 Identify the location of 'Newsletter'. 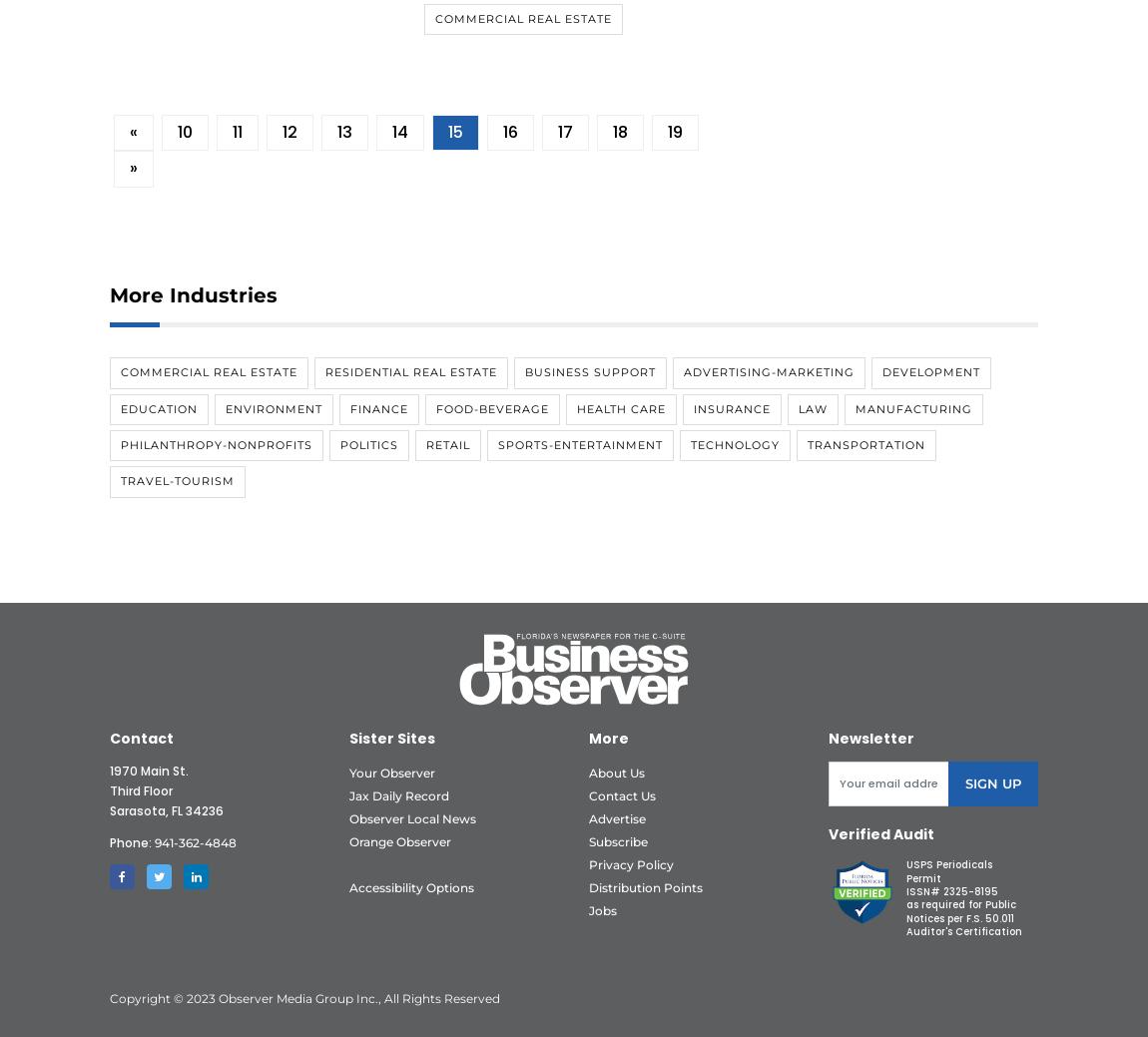
(870, 737).